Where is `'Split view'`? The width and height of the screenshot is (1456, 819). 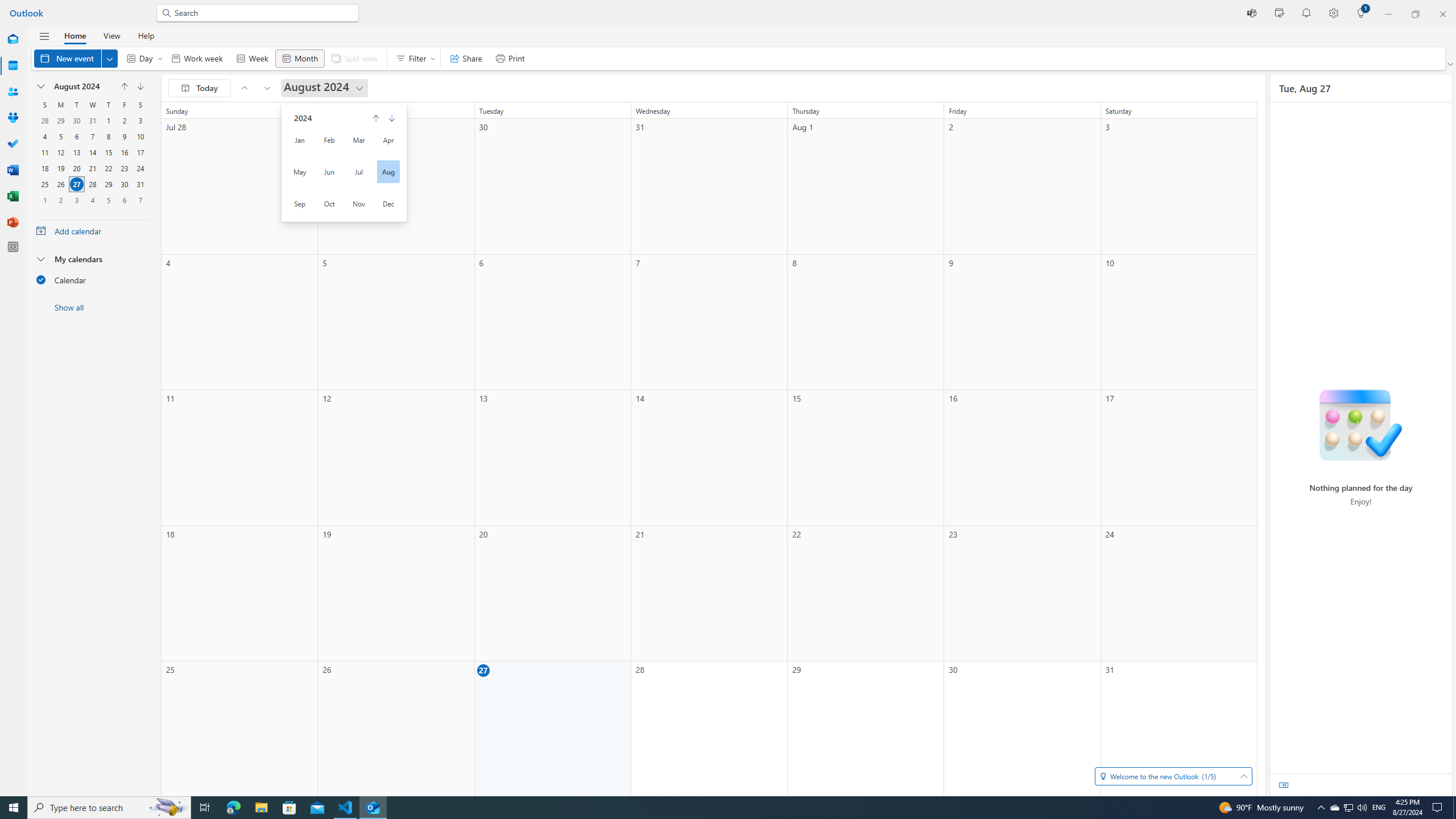
'Split view' is located at coordinates (354, 58).